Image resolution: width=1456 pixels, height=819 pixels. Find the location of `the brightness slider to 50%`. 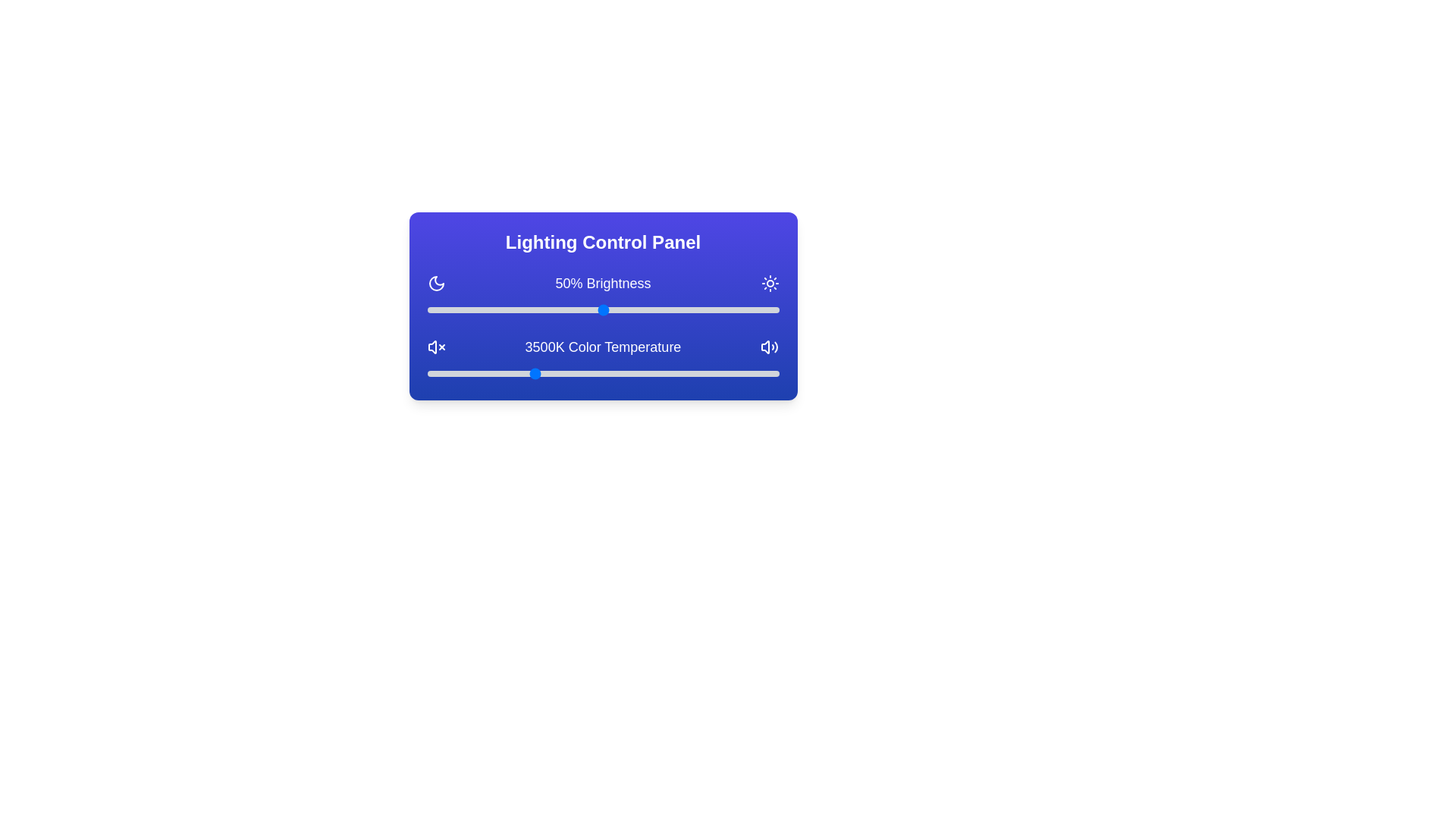

the brightness slider to 50% is located at coordinates (602, 309).